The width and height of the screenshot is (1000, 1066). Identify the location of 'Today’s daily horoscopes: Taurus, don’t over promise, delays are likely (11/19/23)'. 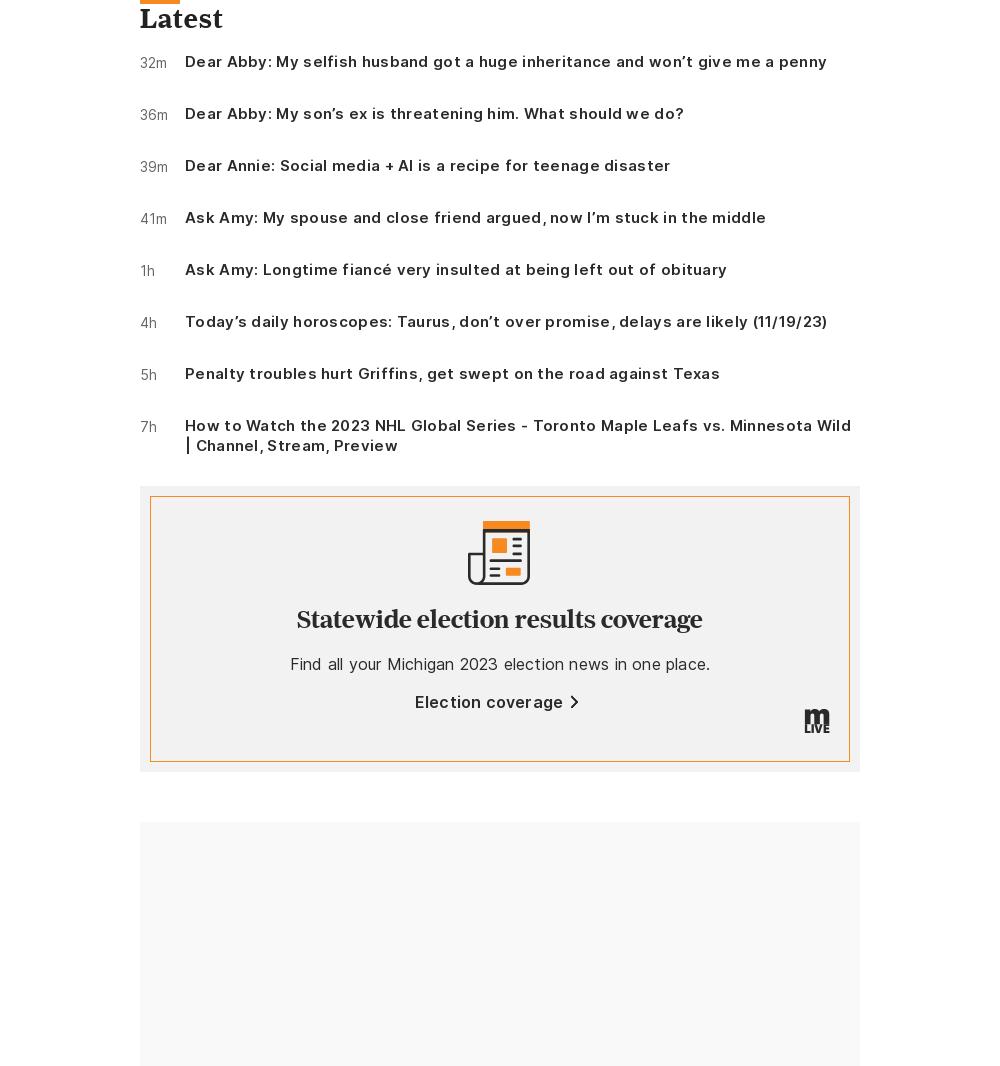
(506, 321).